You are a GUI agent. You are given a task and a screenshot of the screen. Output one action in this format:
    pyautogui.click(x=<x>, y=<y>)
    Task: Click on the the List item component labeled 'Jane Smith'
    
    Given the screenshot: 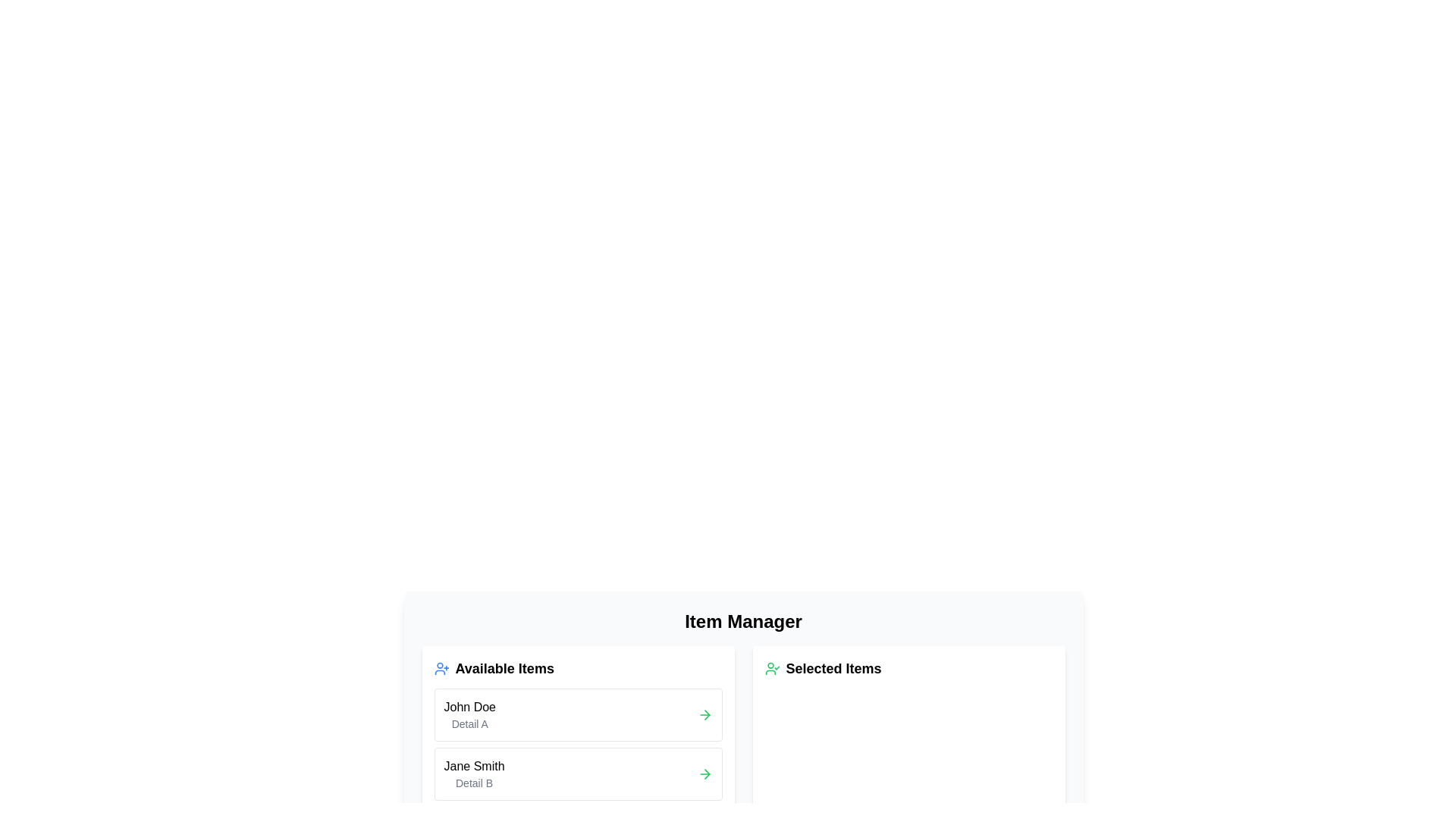 What is the action you would take?
    pyautogui.click(x=577, y=774)
    